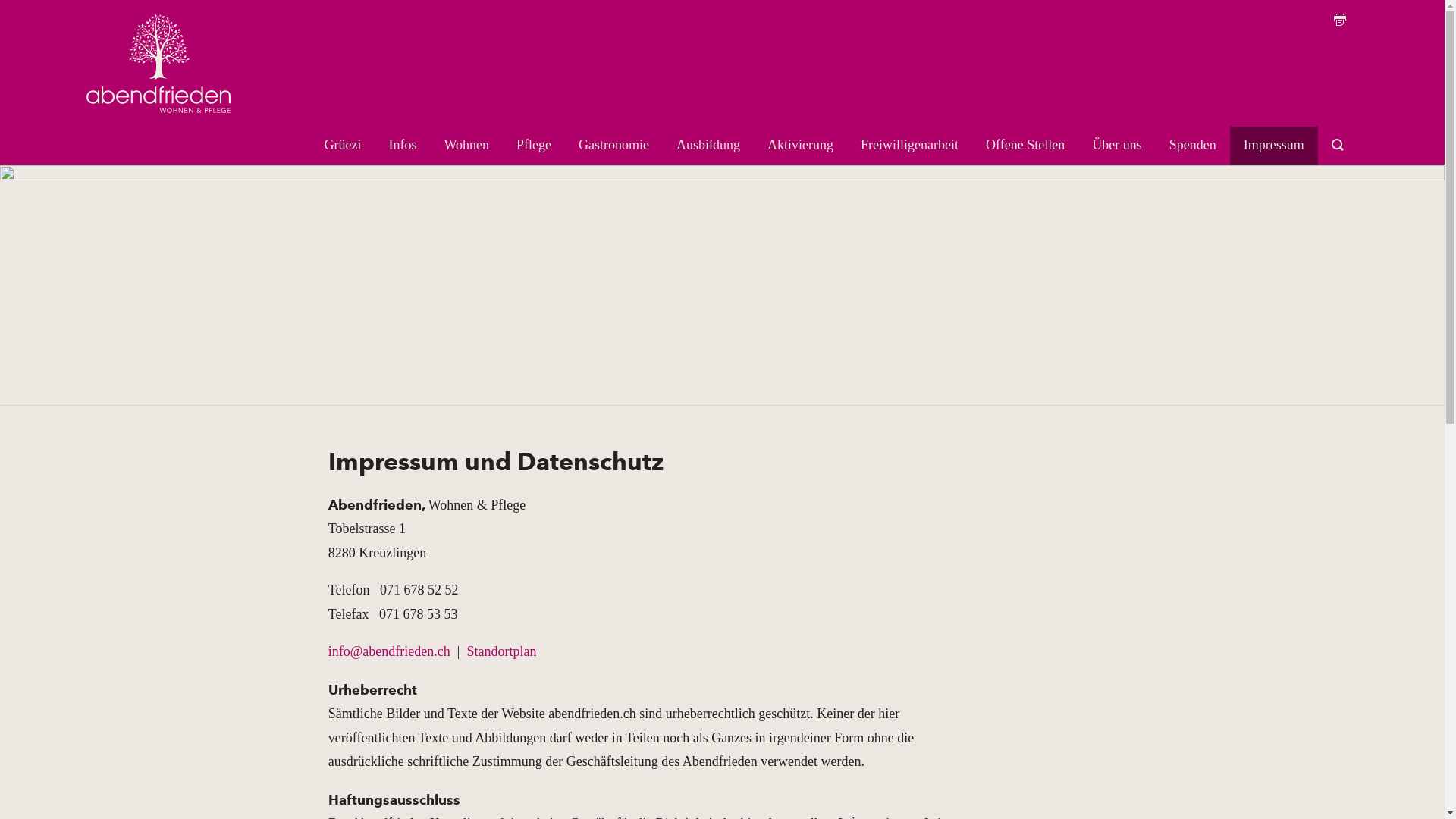 The image size is (1456, 819). I want to click on 'Offene Stellen', so click(1025, 146).